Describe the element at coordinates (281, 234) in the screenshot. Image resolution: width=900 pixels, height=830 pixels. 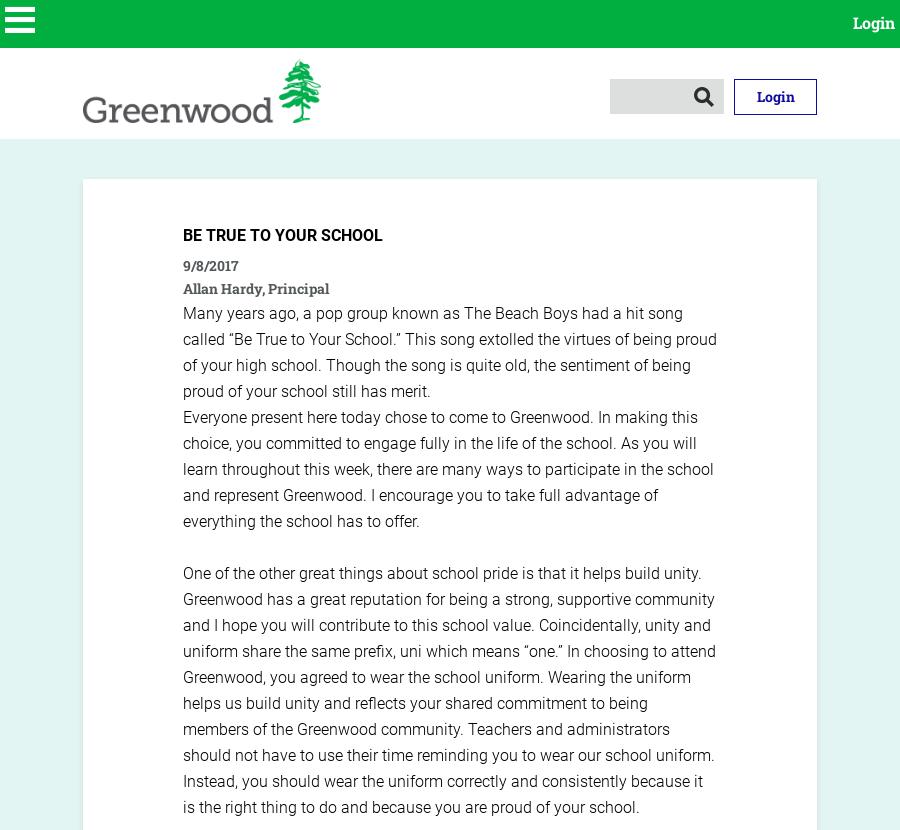
I see `'Be True to Your School'` at that location.